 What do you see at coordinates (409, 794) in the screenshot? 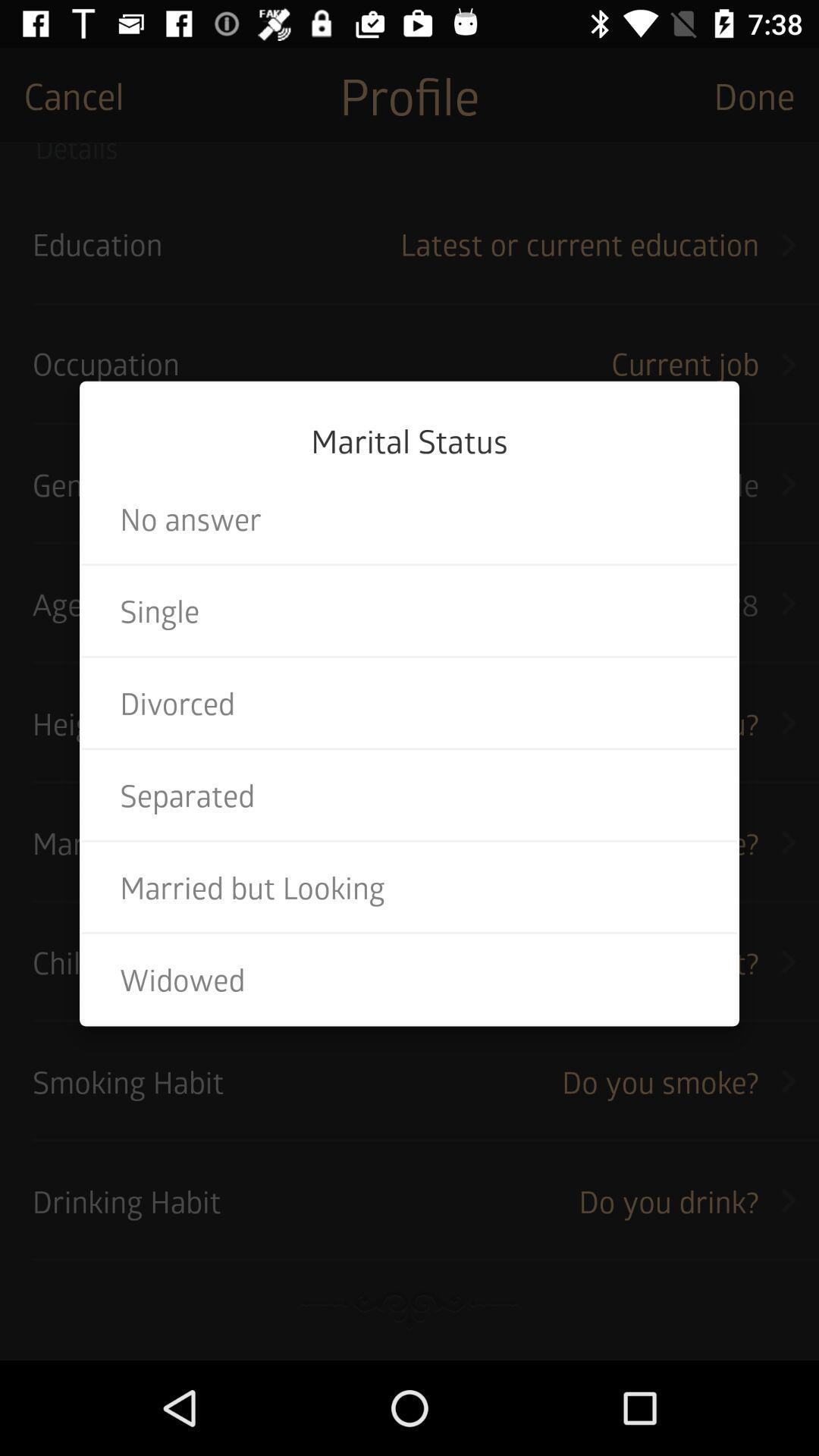
I see `the separated item` at bounding box center [409, 794].